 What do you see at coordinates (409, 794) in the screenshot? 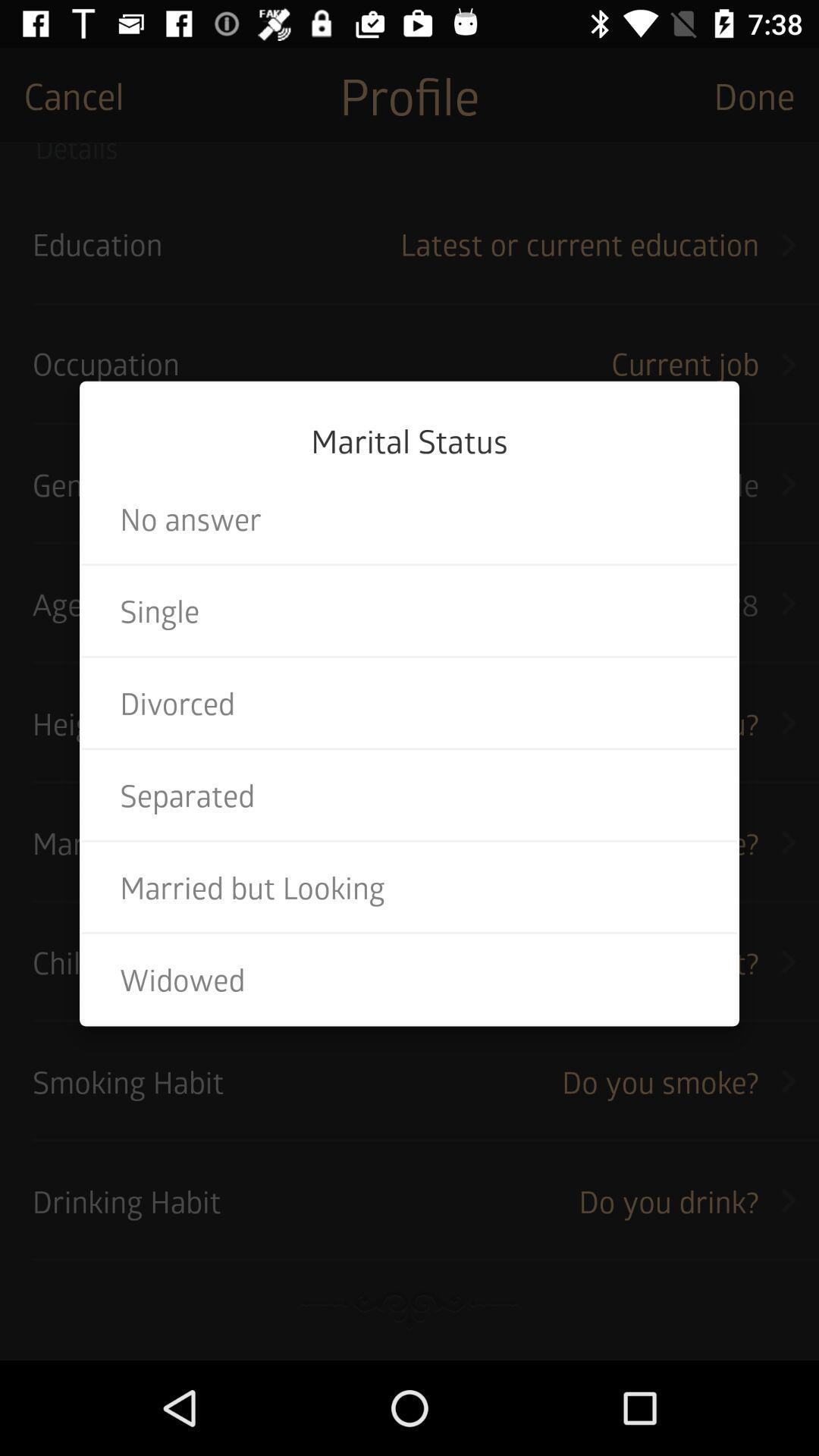
I see `the separated item` at bounding box center [409, 794].